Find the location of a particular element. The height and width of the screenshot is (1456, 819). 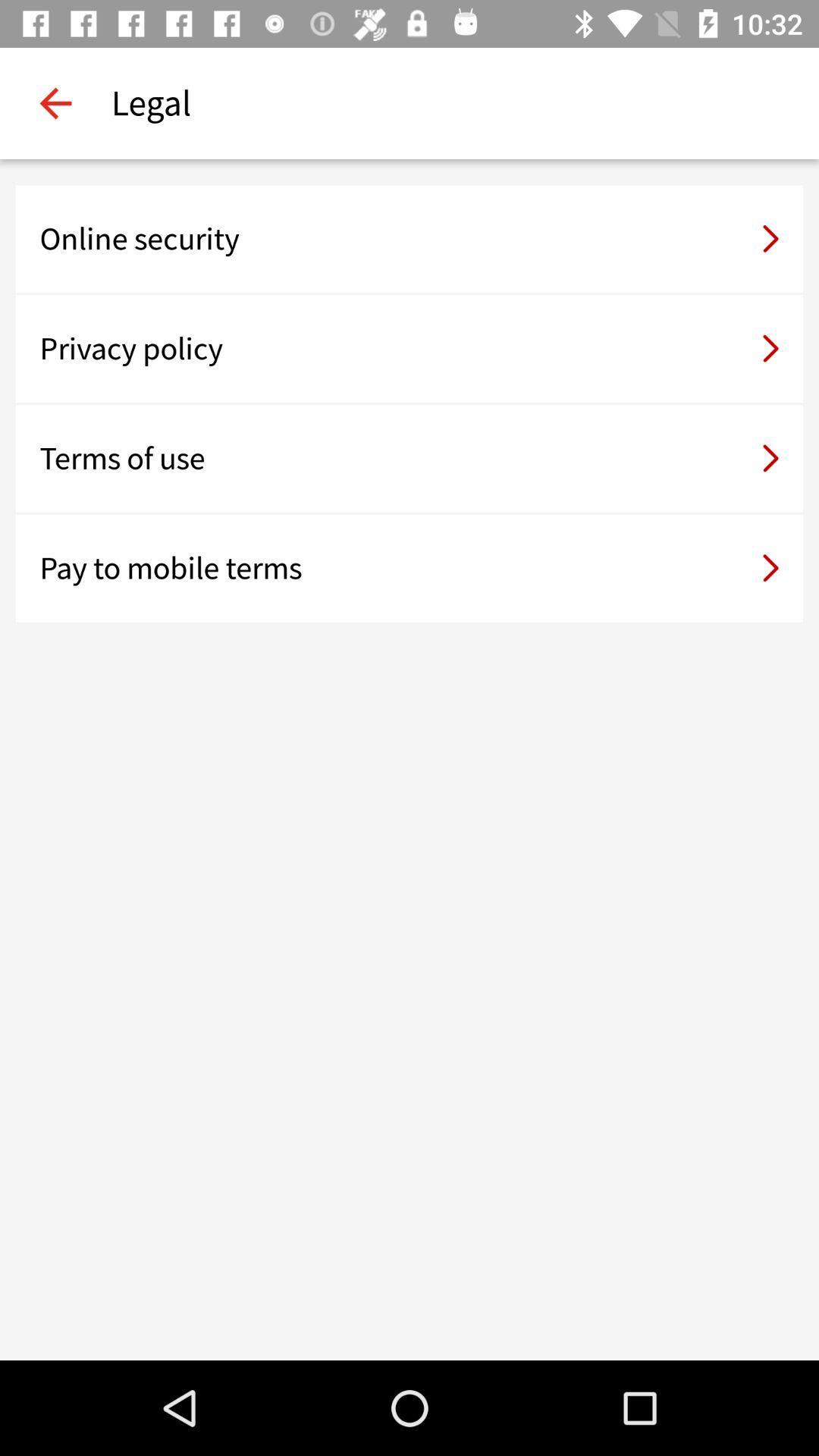

pay to mobile at the center is located at coordinates (409, 567).